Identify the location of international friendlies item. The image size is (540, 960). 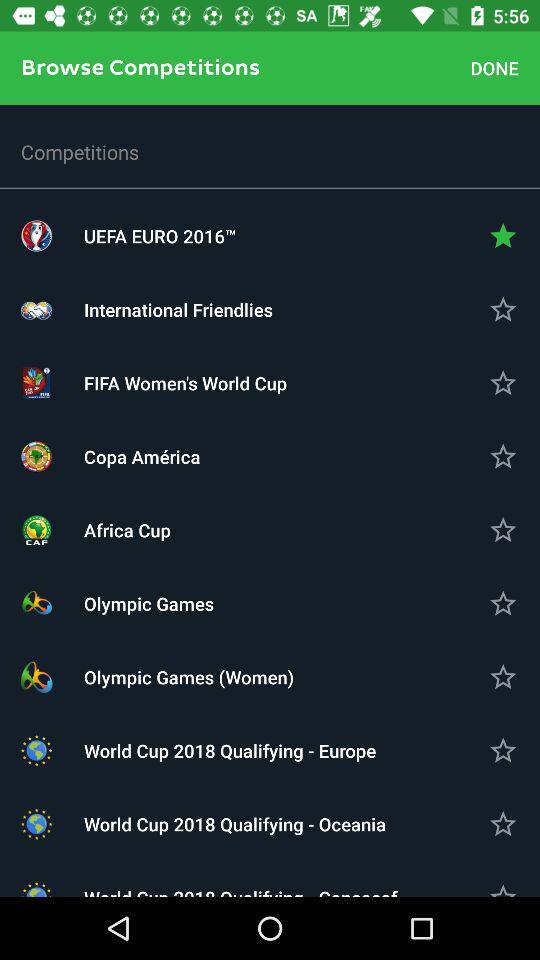
(270, 309).